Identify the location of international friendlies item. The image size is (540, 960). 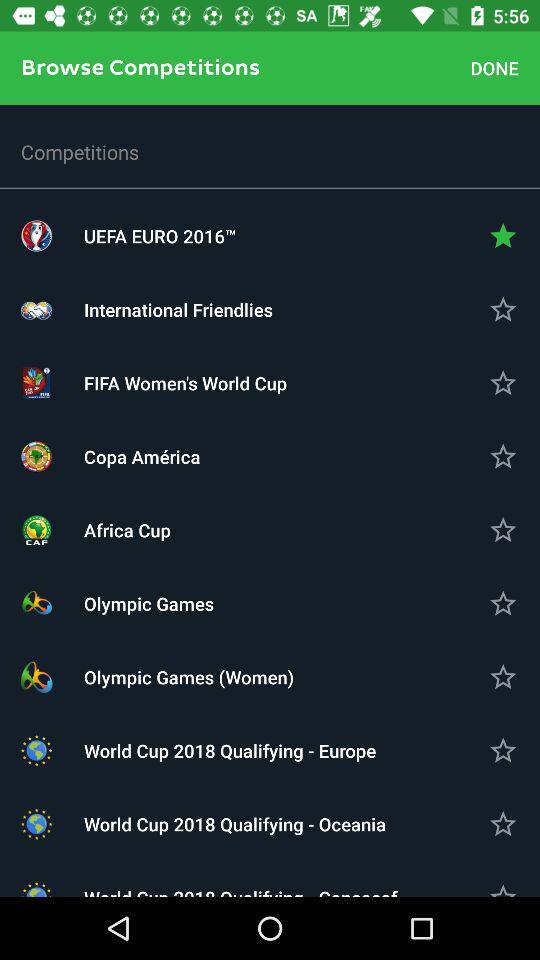
(270, 309).